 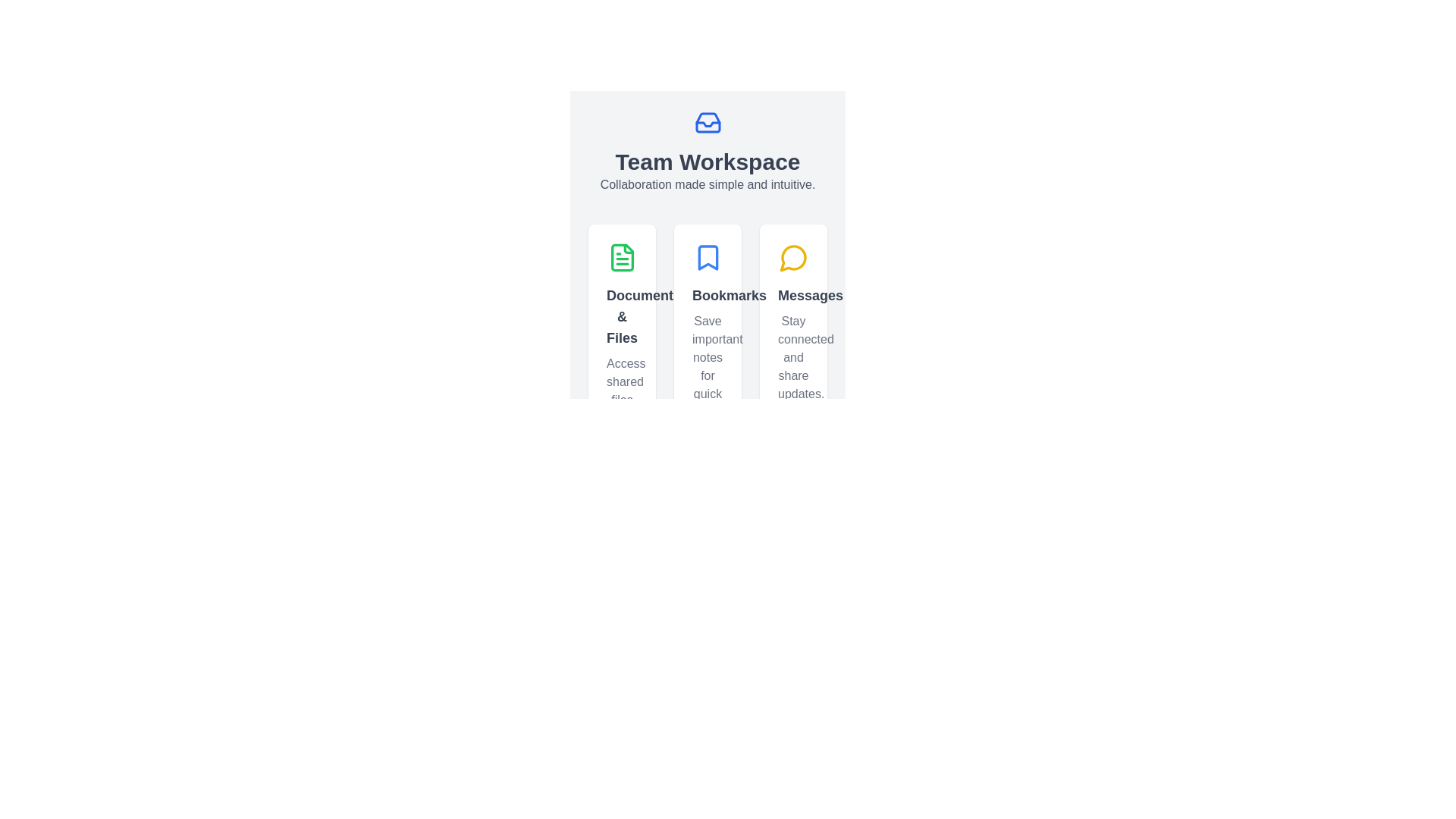 I want to click on the text label displaying 'Stay connected and share updates.' which is positioned below the 'Messages' title and above the 'Dismiss Messages' button, so click(x=792, y=357).